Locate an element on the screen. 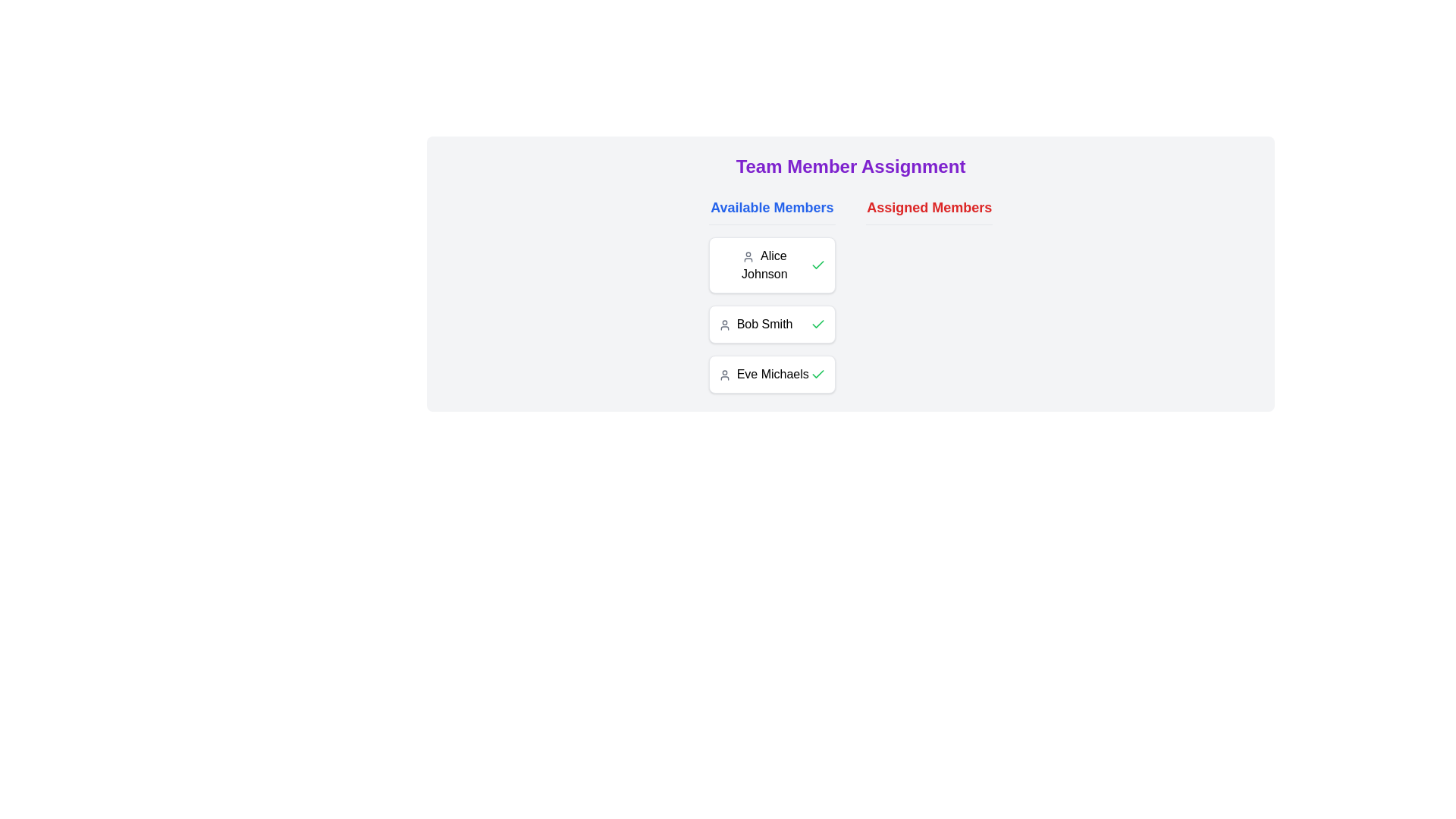 The image size is (1456, 819). text header labeled 'Assigned Members', which is styled in large, bold red font and is underlined, located in the top-right corner of the section is located at coordinates (928, 211).